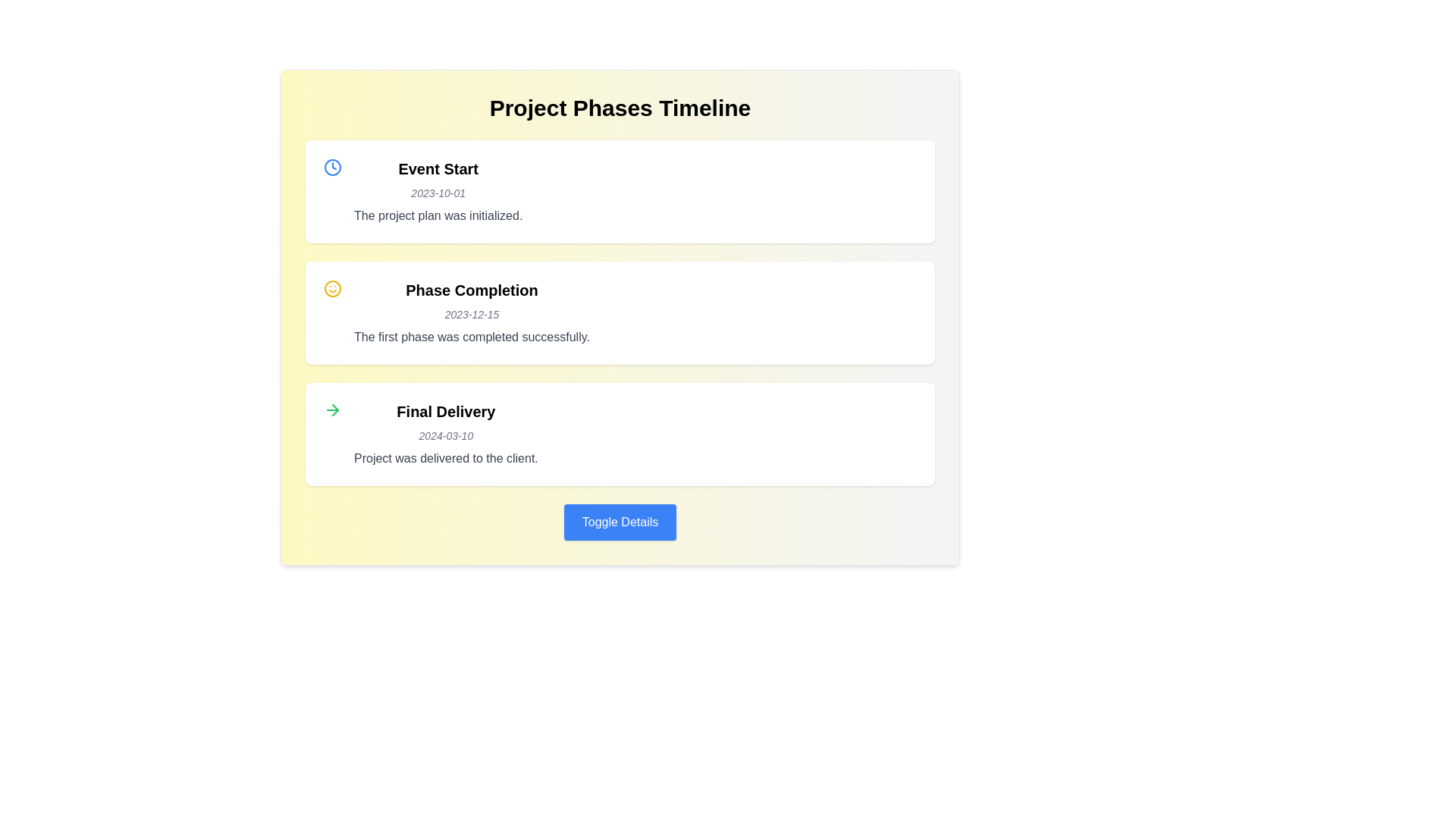 The image size is (1456, 819). What do you see at coordinates (445, 435) in the screenshot?
I see `the Information Block that summarizes the final delivery phase and its corresponding date, located in the third entry of the vertical timeline display, positioned below the 'Phase Completion' section and above the 'Toggle Details' button` at bounding box center [445, 435].